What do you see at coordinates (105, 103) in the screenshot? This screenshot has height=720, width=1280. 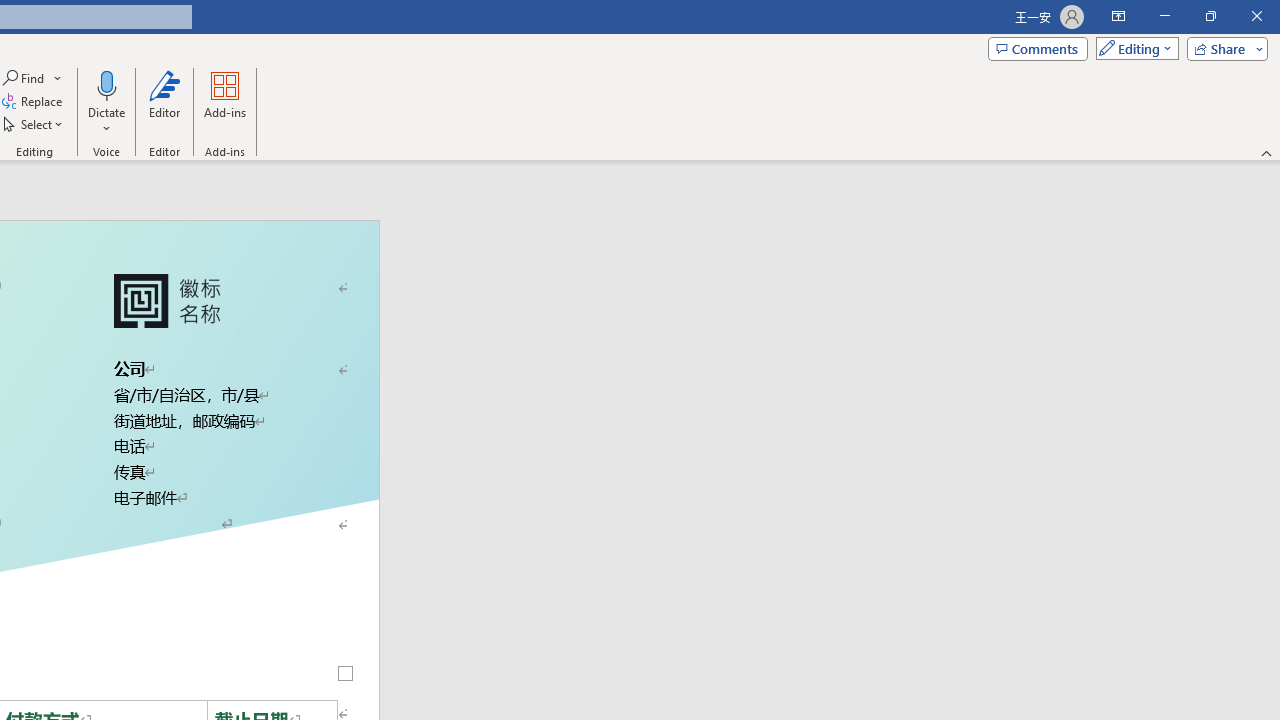 I see `'Dictate'` at bounding box center [105, 103].